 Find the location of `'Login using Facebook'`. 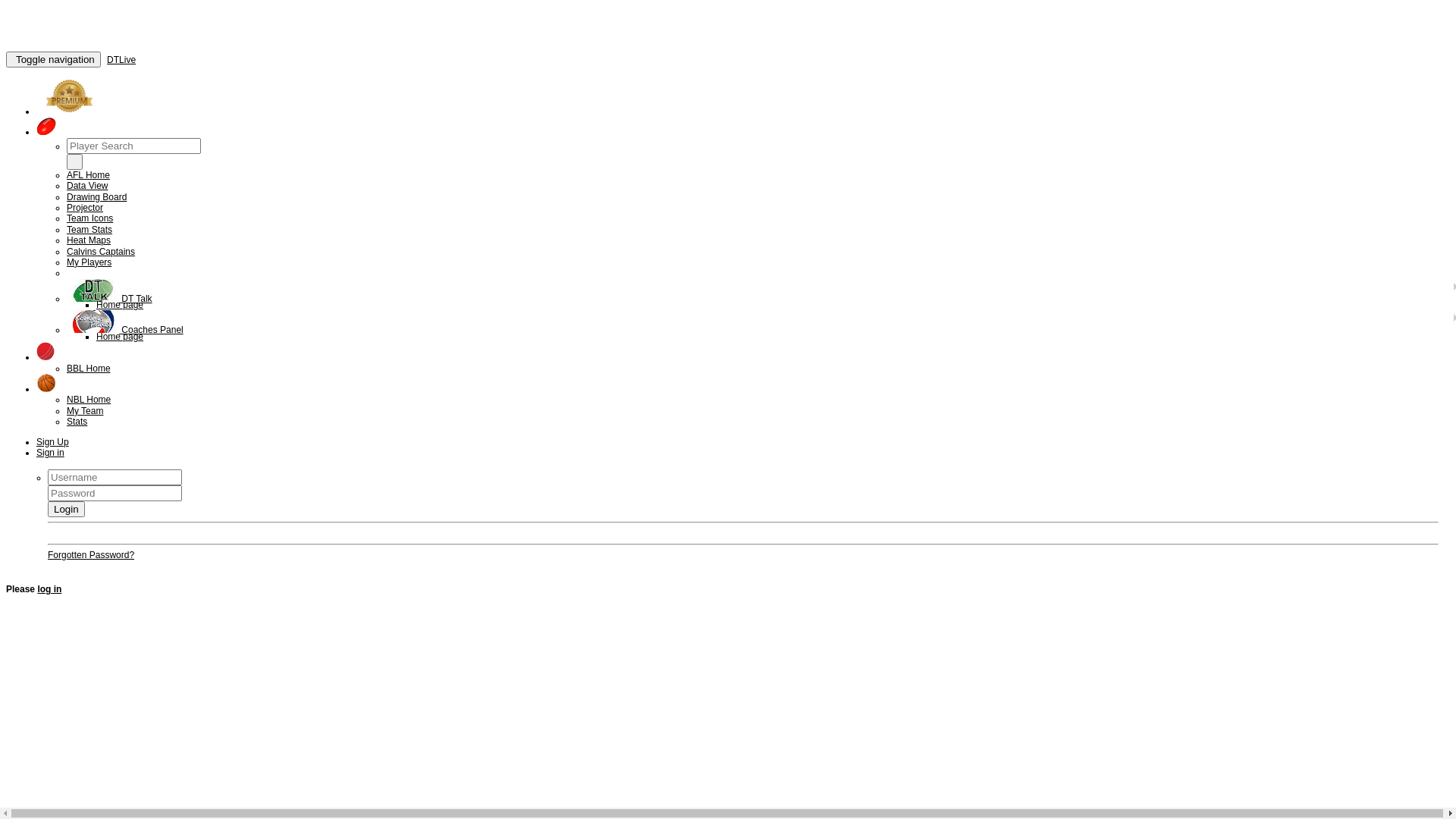

'Login using Facebook' is located at coordinates (91, 532).